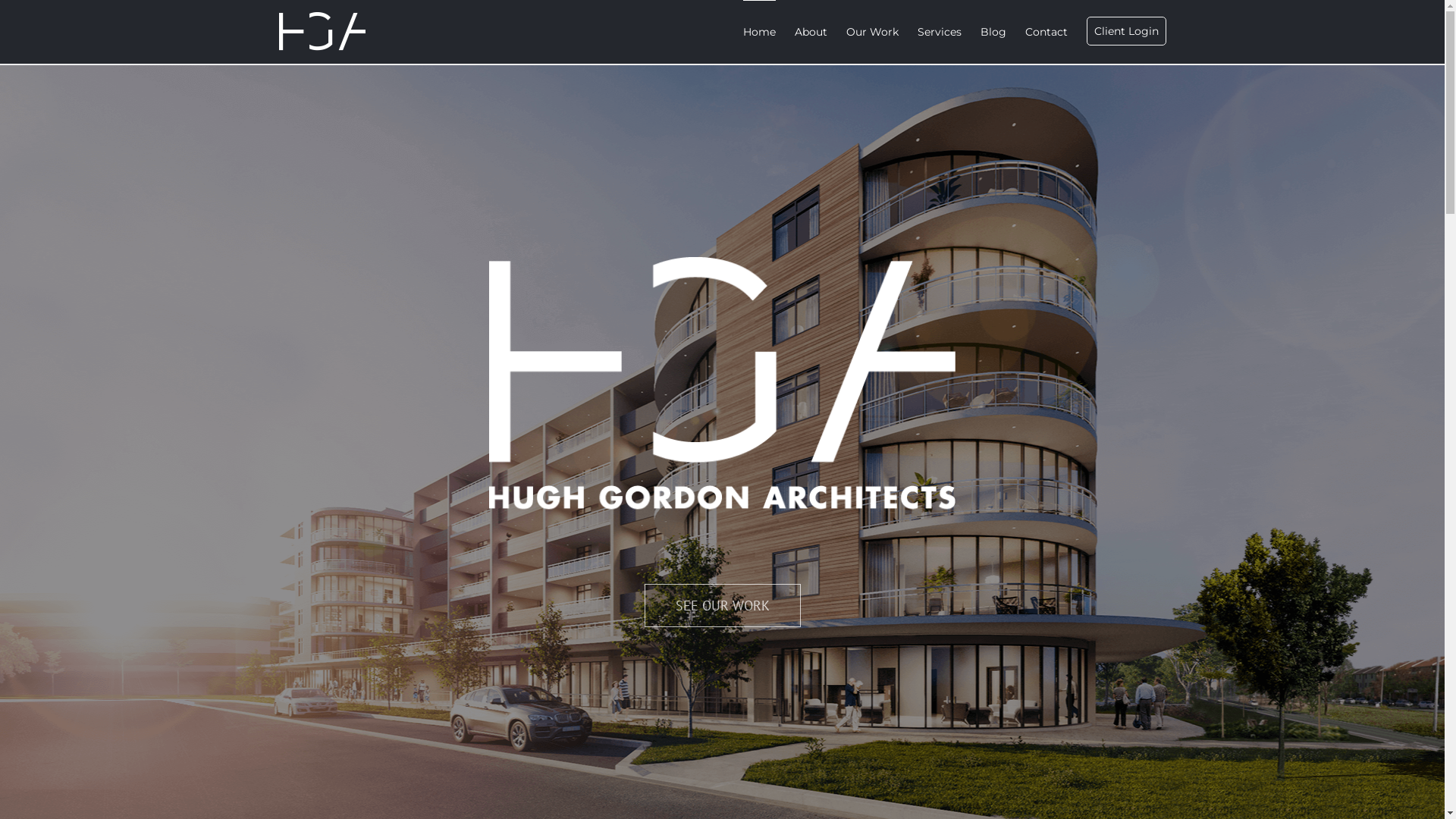 The image size is (1456, 819). I want to click on 'Home', so click(742, 32).